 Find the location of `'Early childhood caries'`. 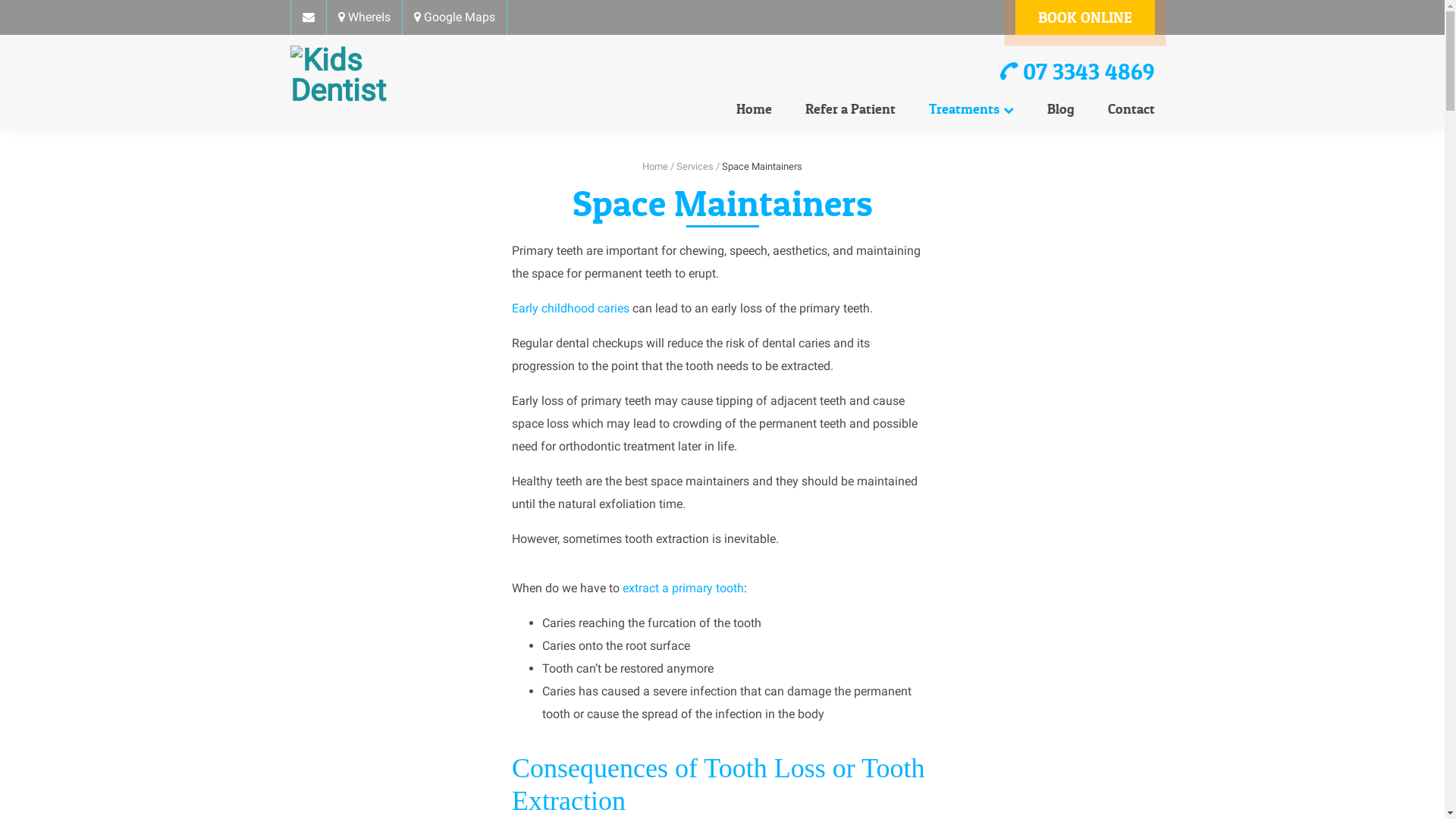

'Early childhood caries' is located at coordinates (570, 307).